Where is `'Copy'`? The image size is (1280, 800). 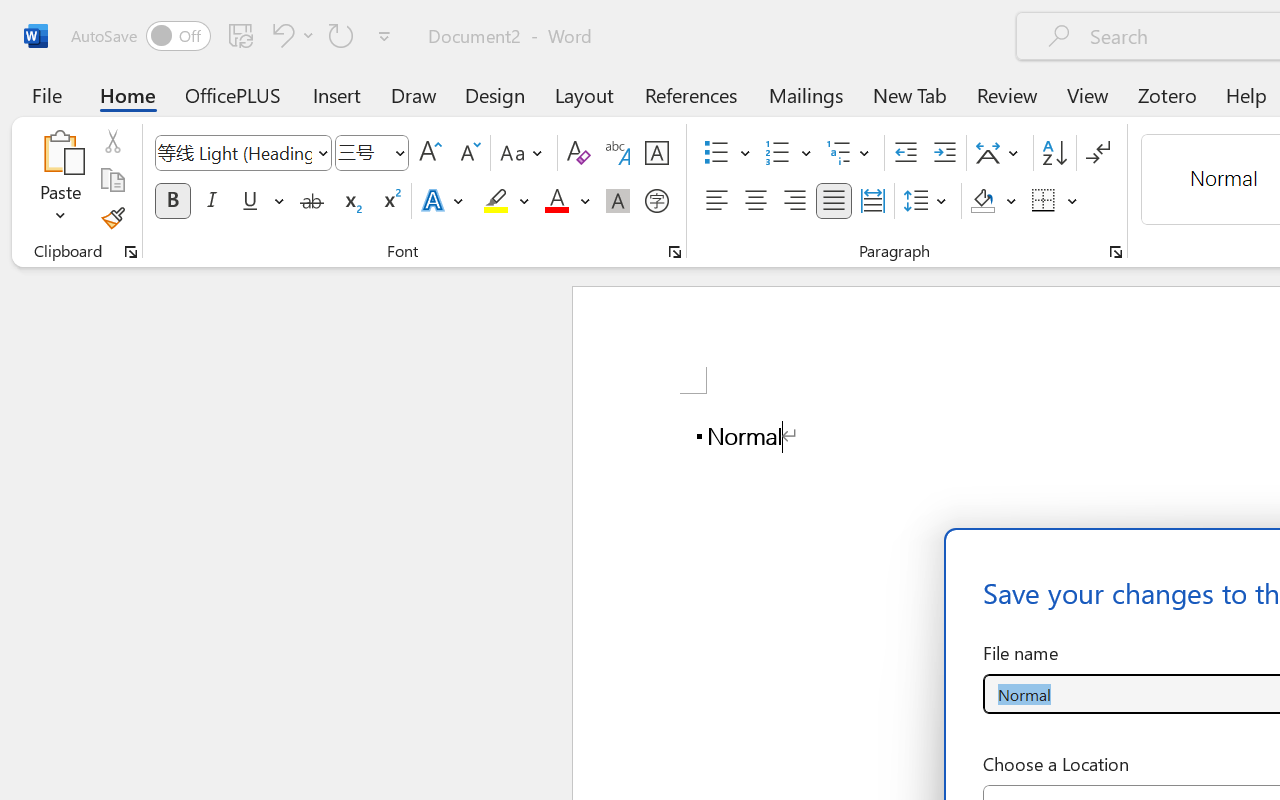
'Copy' is located at coordinates (111, 179).